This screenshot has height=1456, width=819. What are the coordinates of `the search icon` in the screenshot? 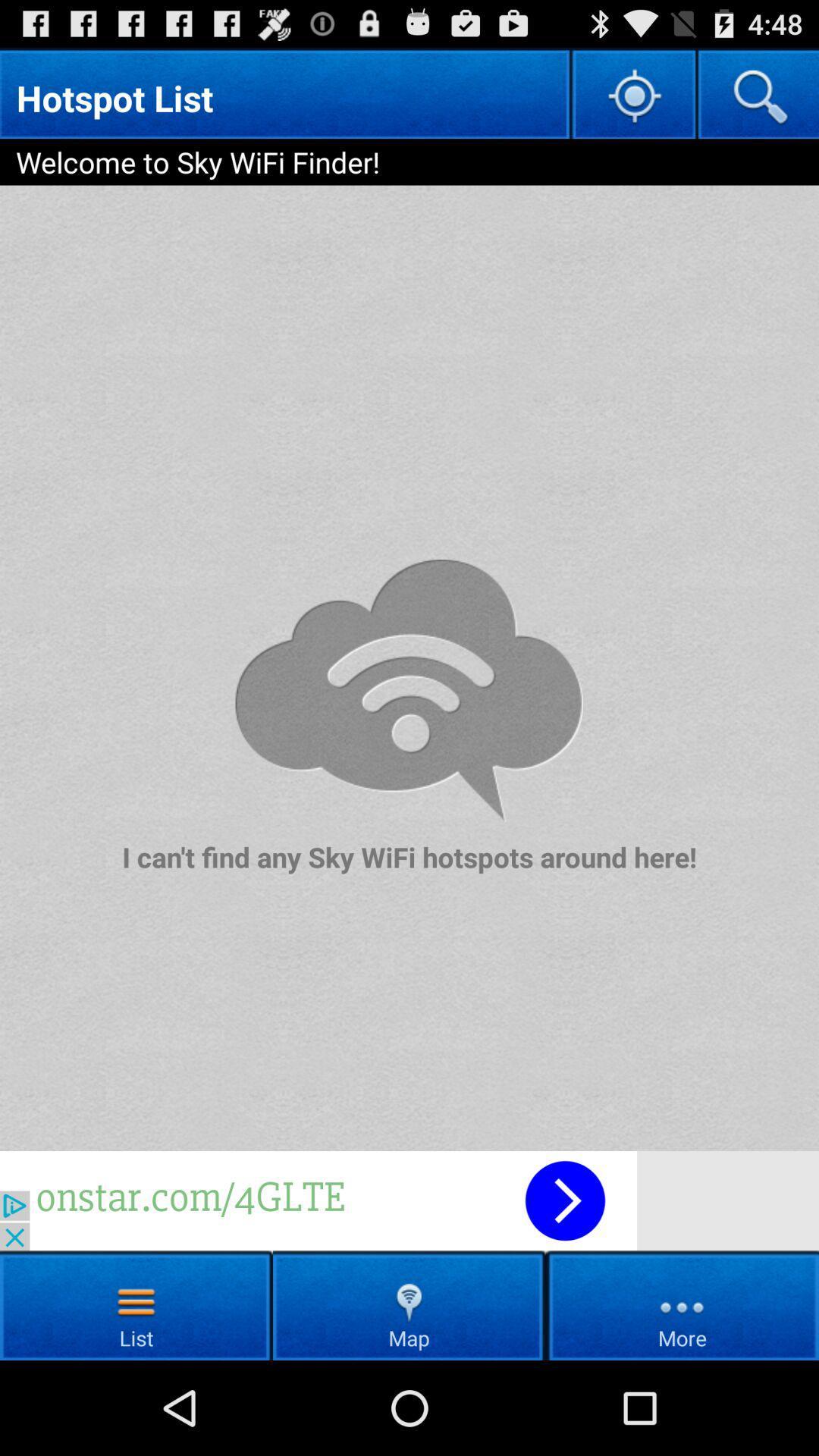 It's located at (757, 101).